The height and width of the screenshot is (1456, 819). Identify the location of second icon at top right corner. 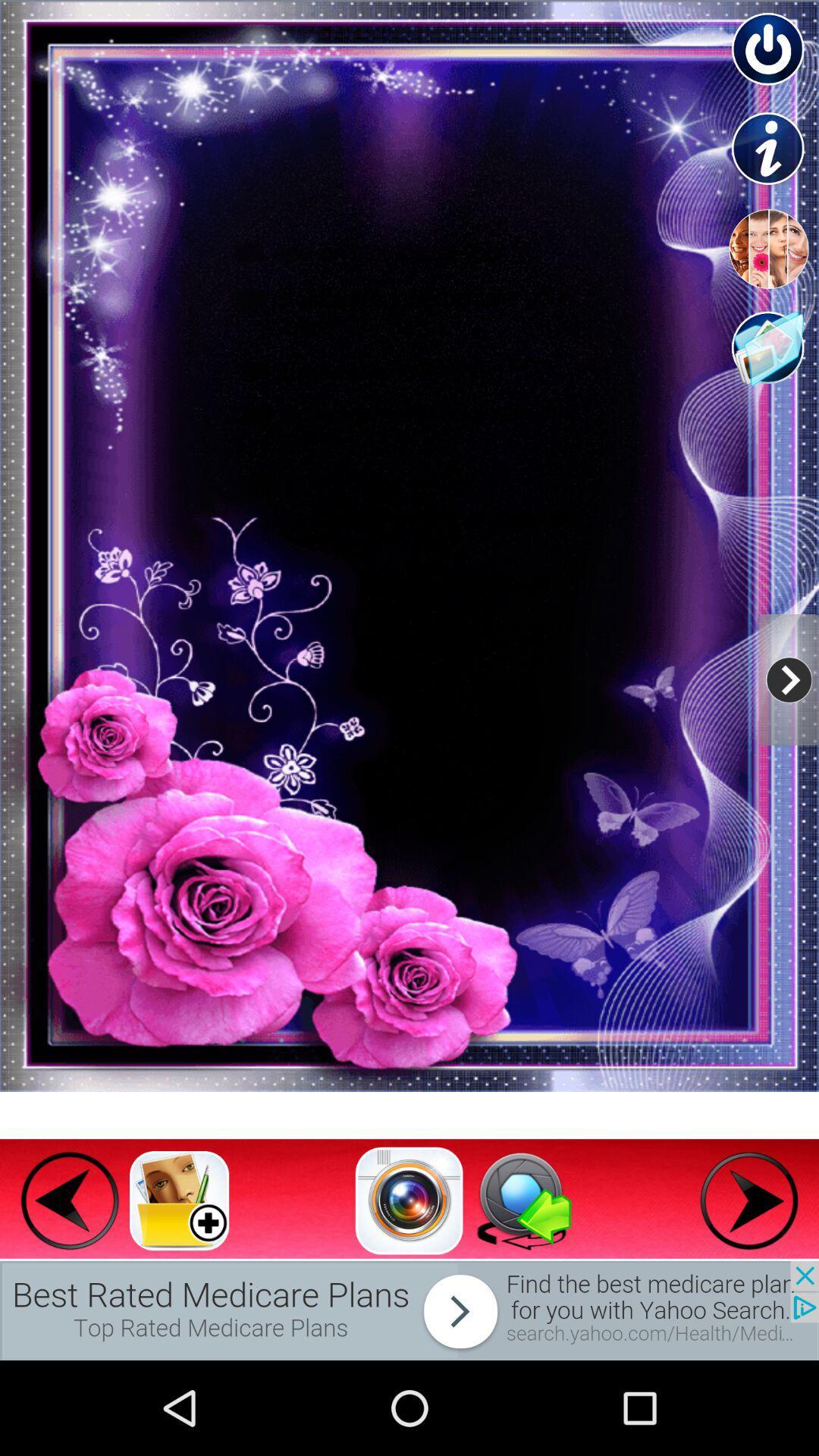
(769, 149).